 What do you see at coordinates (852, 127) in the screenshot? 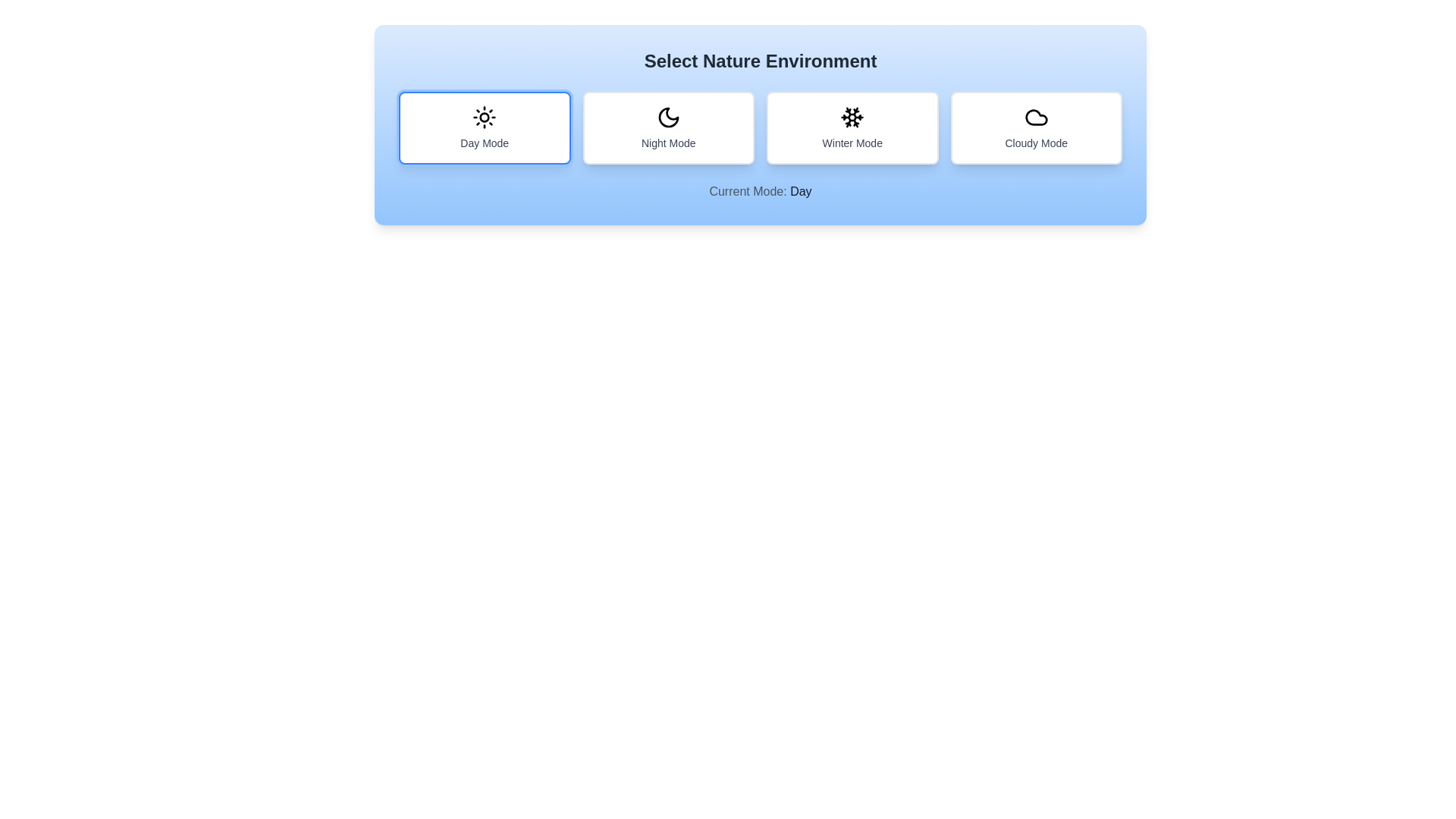
I see `the mode by clicking on the corresponding button for Winter Mode` at bounding box center [852, 127].